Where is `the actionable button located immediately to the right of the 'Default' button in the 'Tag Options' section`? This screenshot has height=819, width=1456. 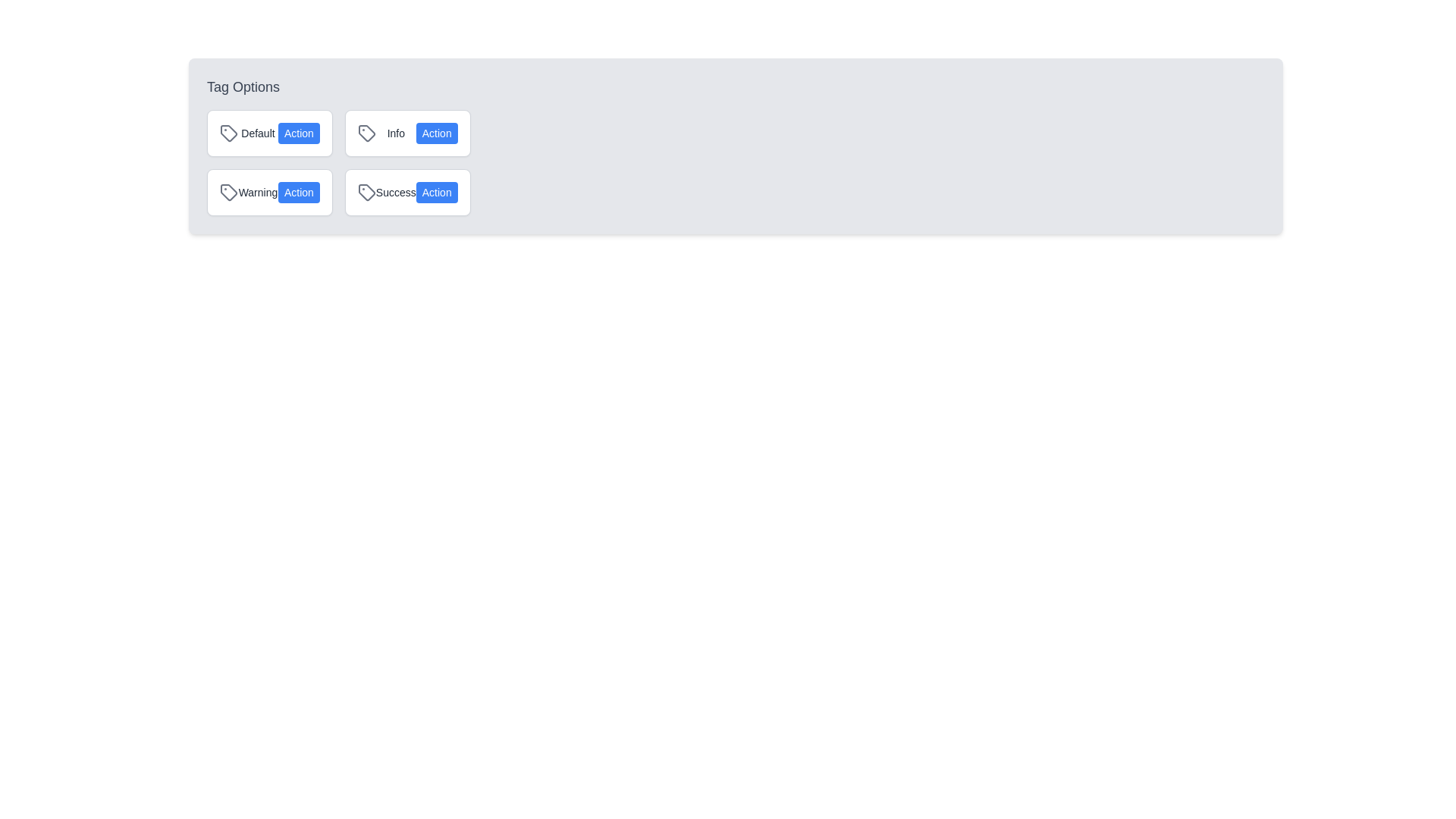
the actionable button located immediately to the right of the 'Default' button in the 'Tag Options' section is located at coordinates (299, 133).